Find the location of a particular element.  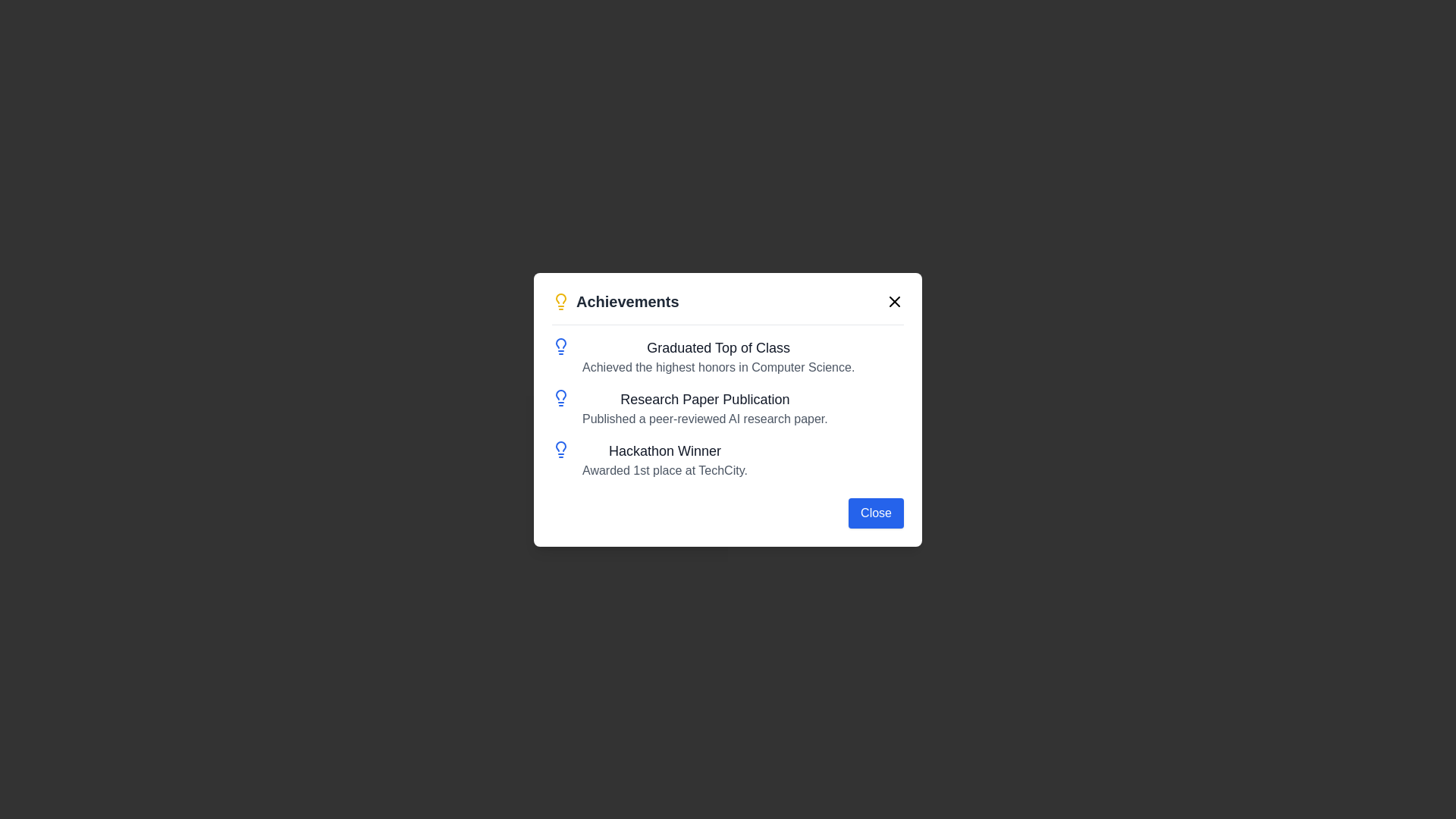

the close button located in the bottom-right corner of the 'Achievements' dialog box is located at coordinates (876, 512).